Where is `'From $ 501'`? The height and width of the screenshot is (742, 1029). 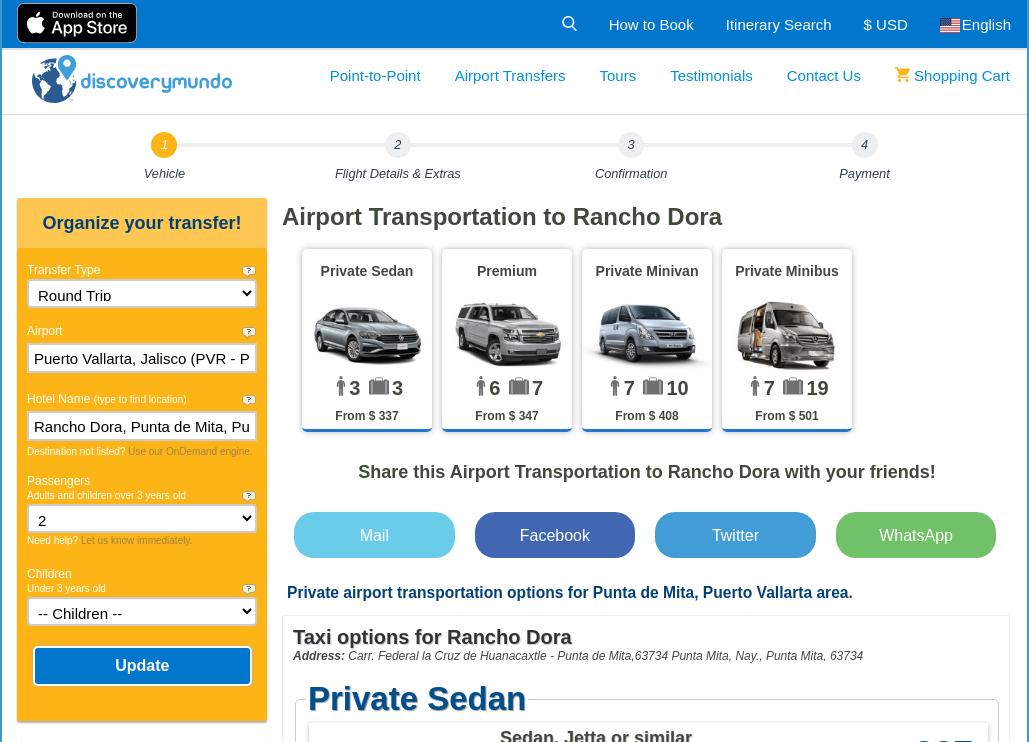
'From $ 501' is located at coordinates (786, 415).